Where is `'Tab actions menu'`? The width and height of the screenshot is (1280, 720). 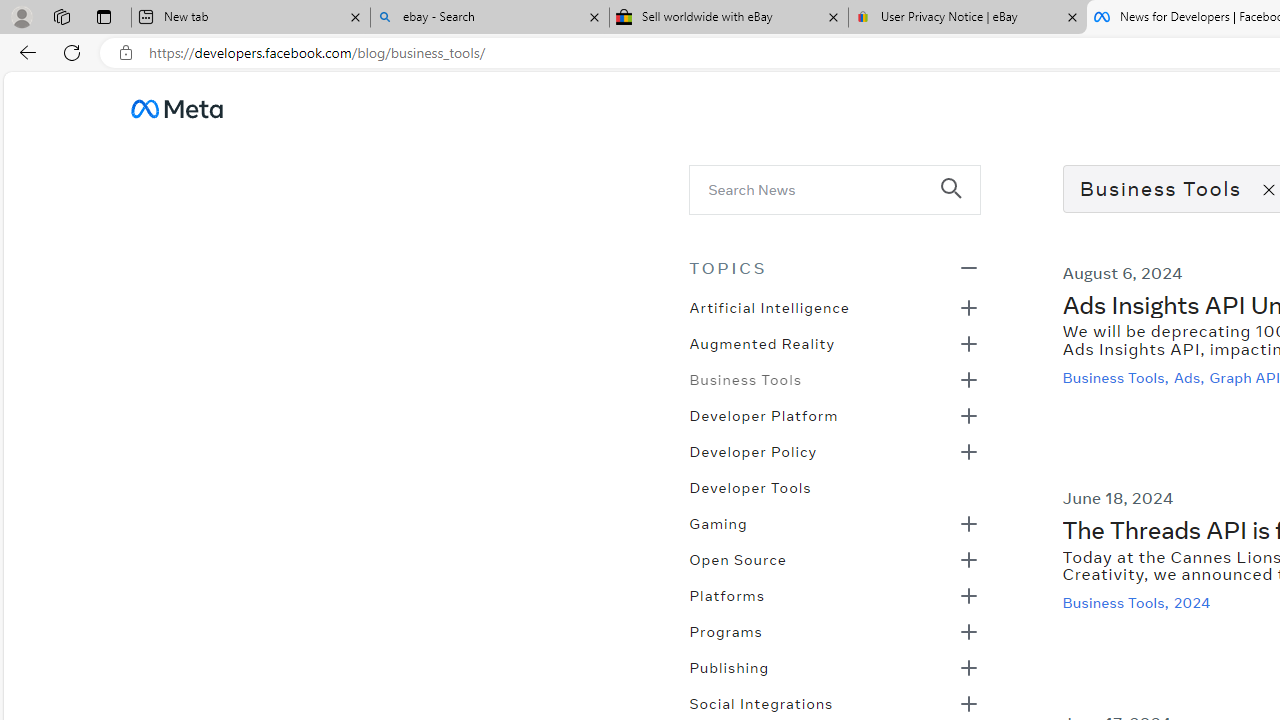
'Tab actions menu' is located at coordinates (103, 16).